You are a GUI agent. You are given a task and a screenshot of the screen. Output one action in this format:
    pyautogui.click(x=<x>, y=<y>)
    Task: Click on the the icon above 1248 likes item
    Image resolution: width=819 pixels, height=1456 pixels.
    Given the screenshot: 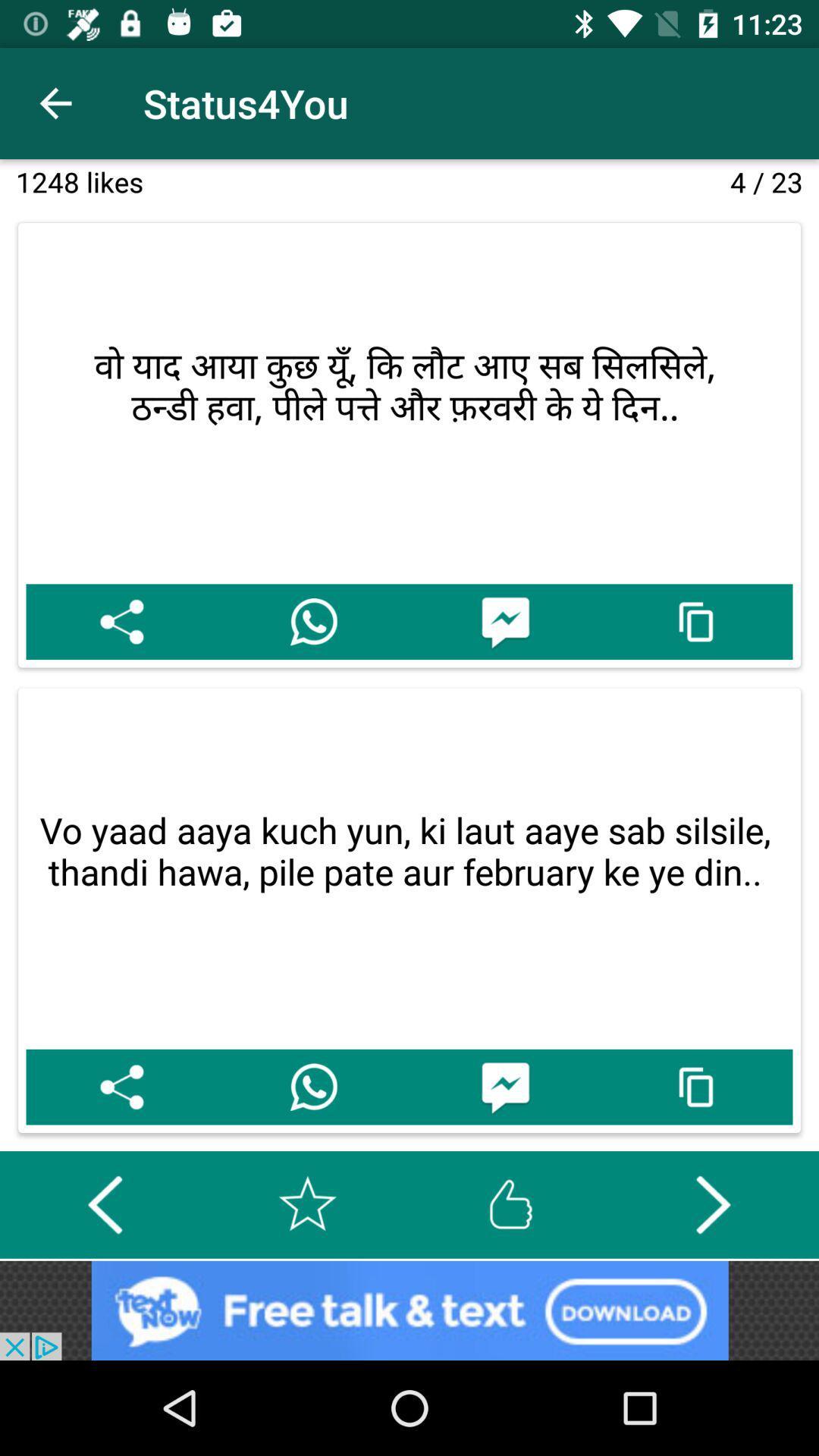 What is the action you would take?
    pyautogui.click(x=55, y=102)
    